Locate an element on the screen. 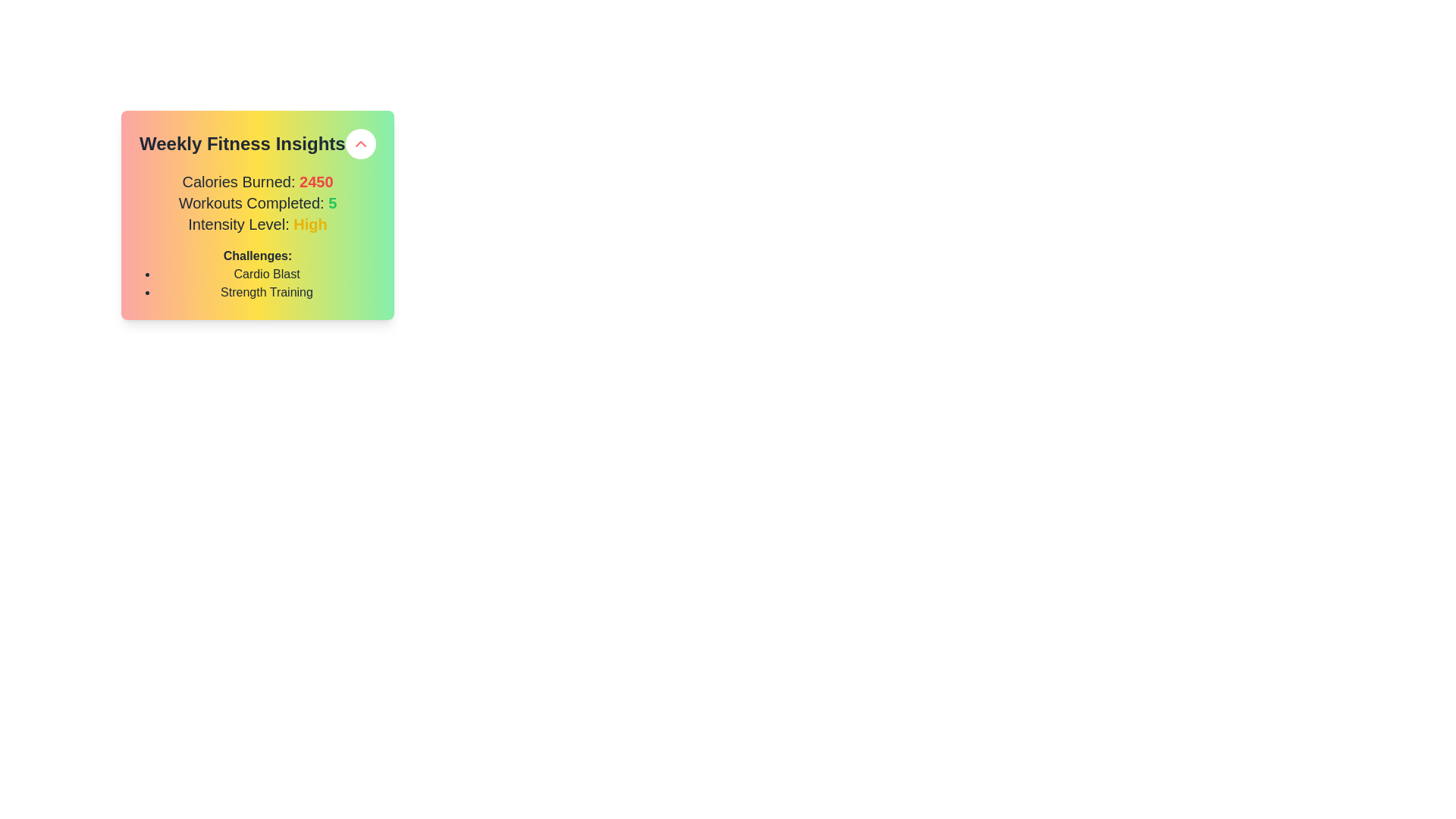  the bold yellow text 'High' within the statement 'Intensity Level: High', which is visually distinct due to its color and styling, located to the right of 'Intensity Level:' in the fitness statistics card is located at coordinates (309, 224).